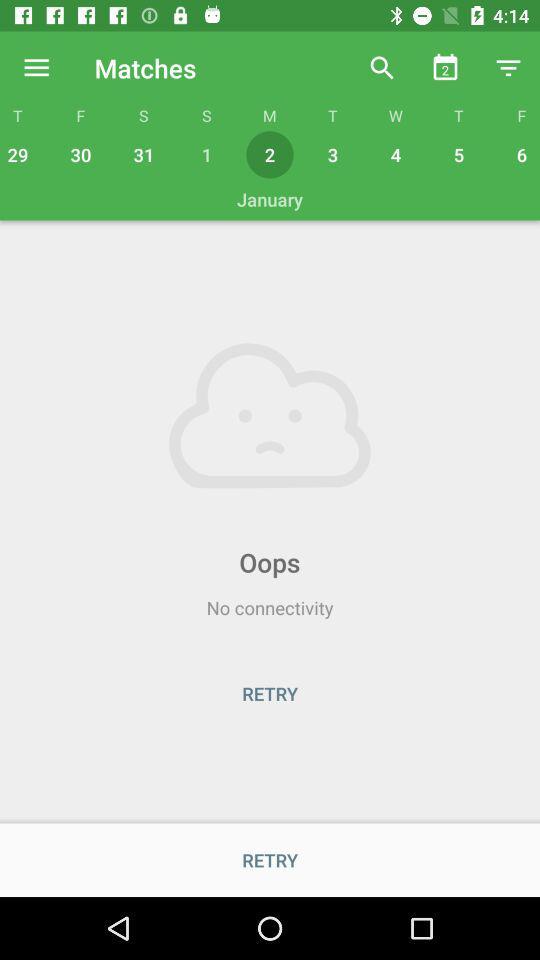 The height and width of the screenshot is (960, 540). What do you see at coordinates (19, 153) in the screenshot?
I see `the icon below the t item` at bounding box center [19, 153].